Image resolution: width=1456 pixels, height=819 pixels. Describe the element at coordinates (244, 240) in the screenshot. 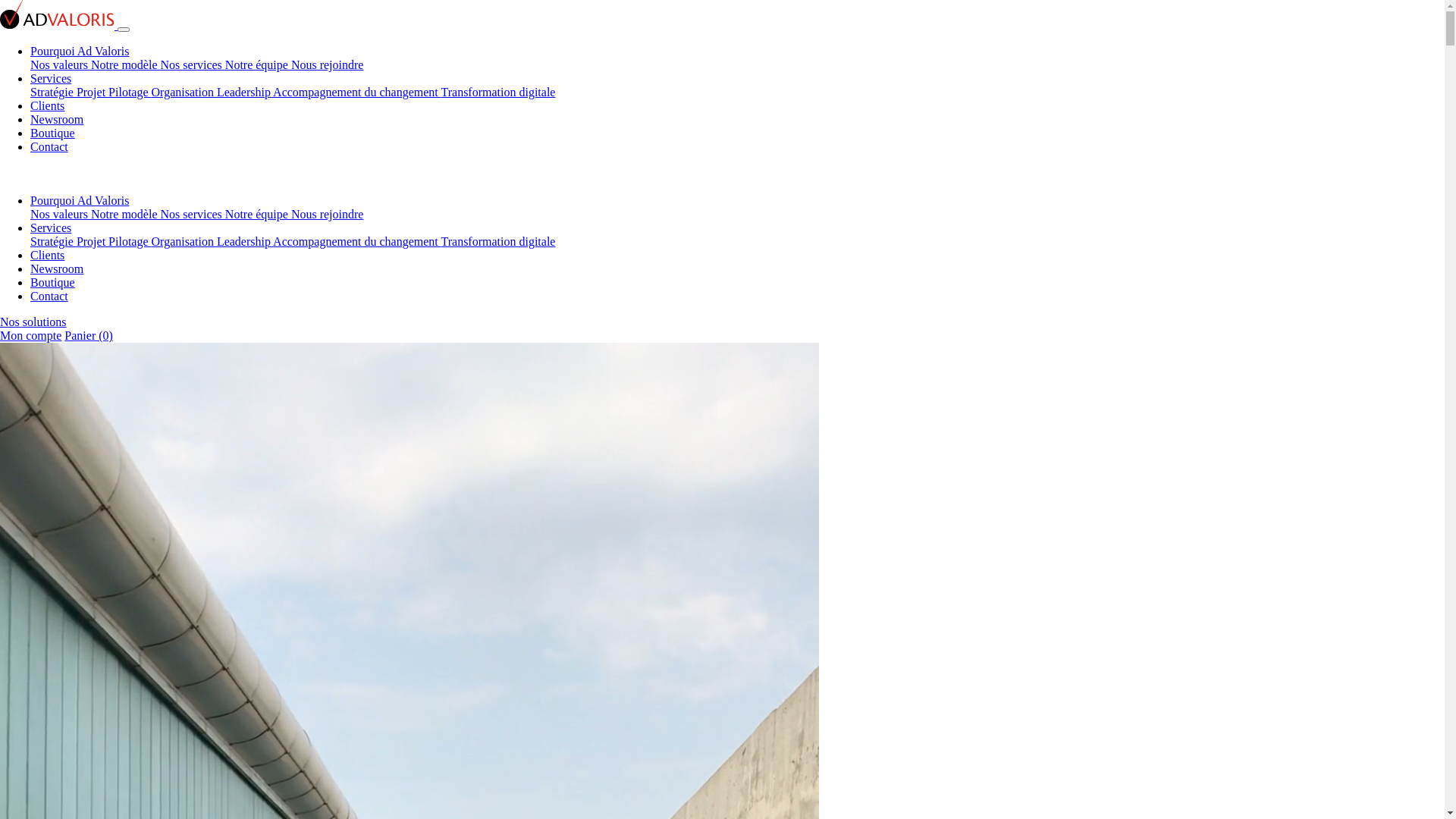

I see `'Leadership'` at that location.